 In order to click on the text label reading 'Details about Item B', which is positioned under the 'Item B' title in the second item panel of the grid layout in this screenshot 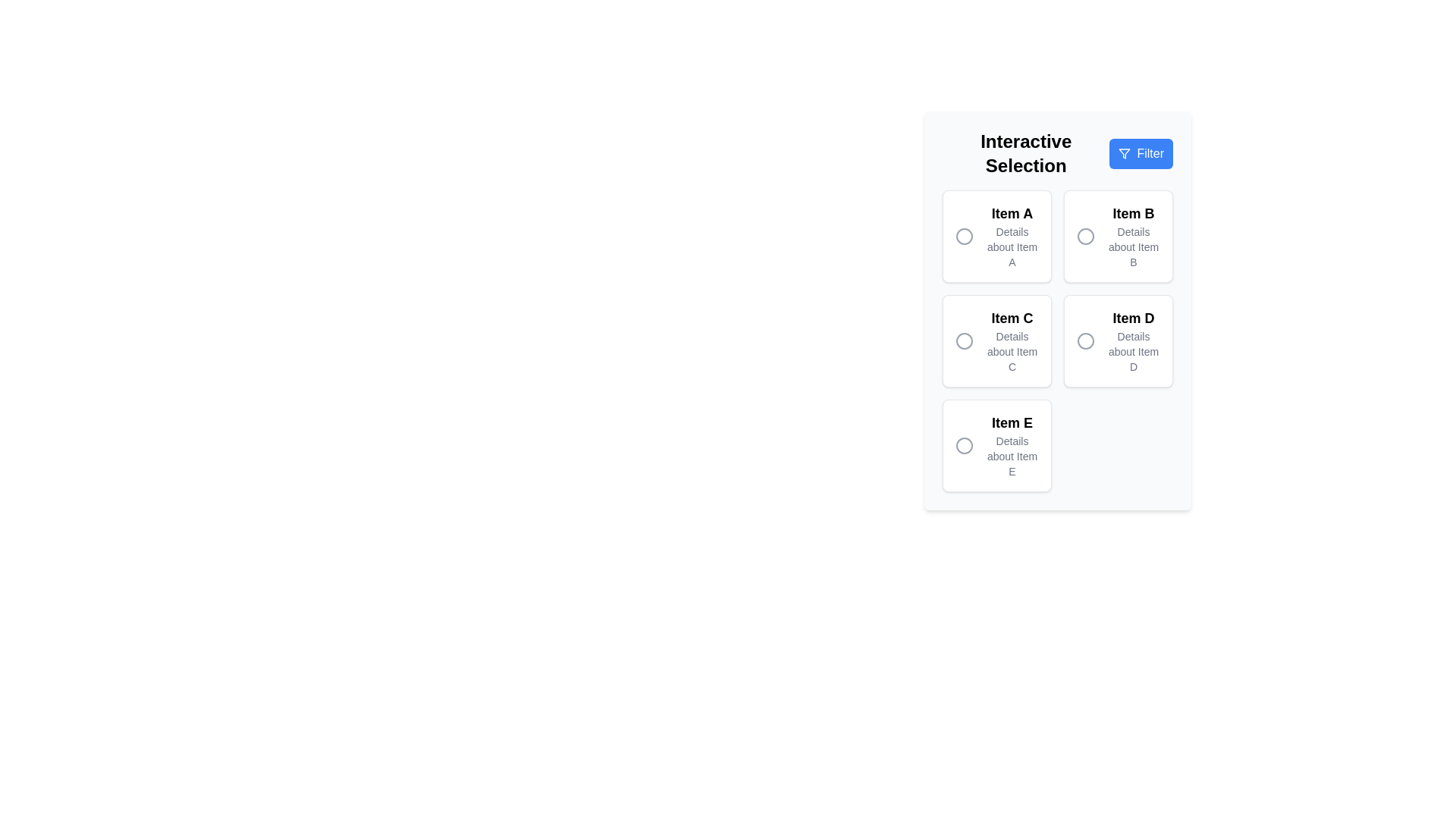, I will do `click(1133, 246)`.